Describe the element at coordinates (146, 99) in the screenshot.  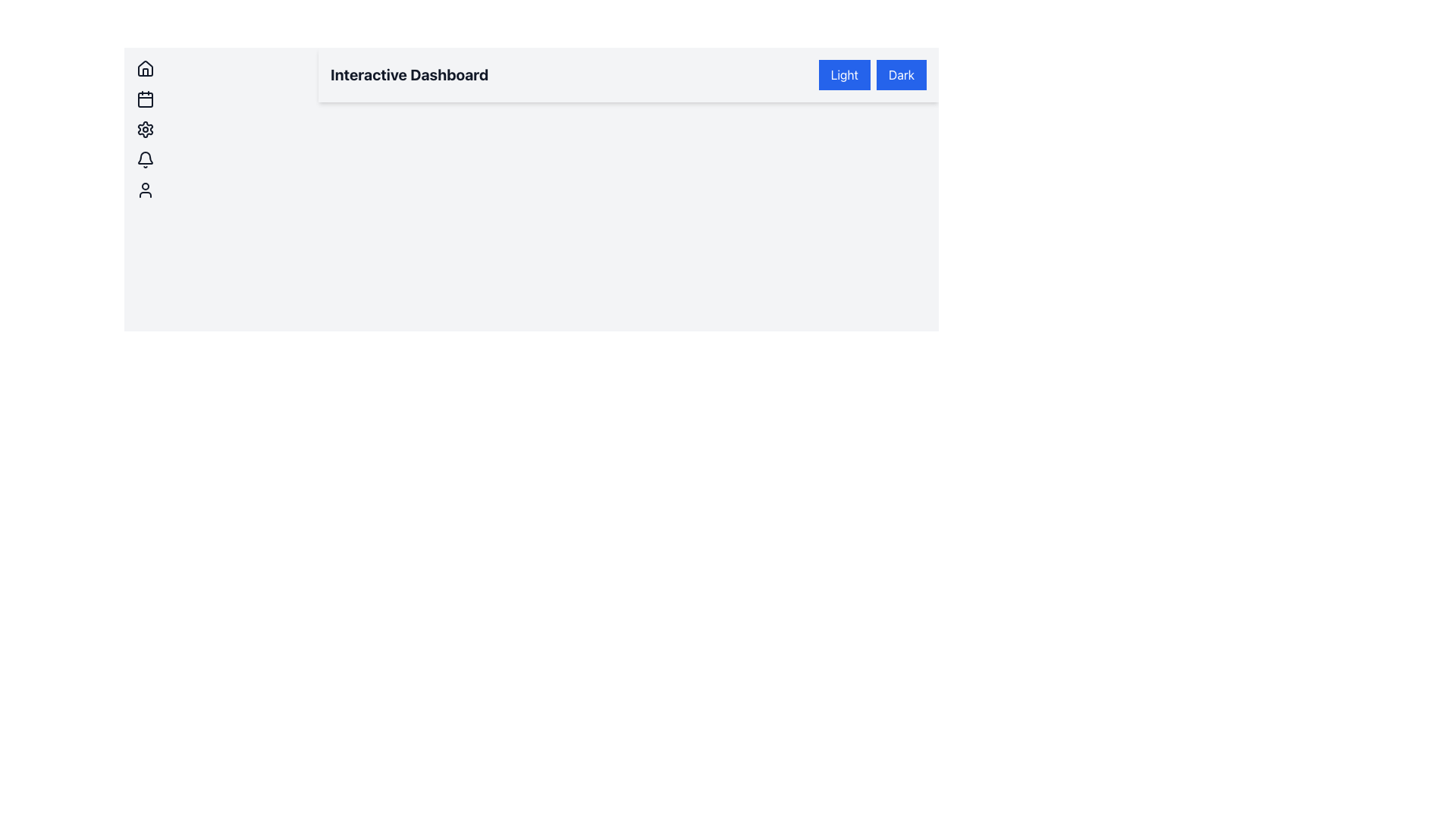
I see `the calendar icon button, which is the second item in a vertical list of icons in the sidebar` at that location.